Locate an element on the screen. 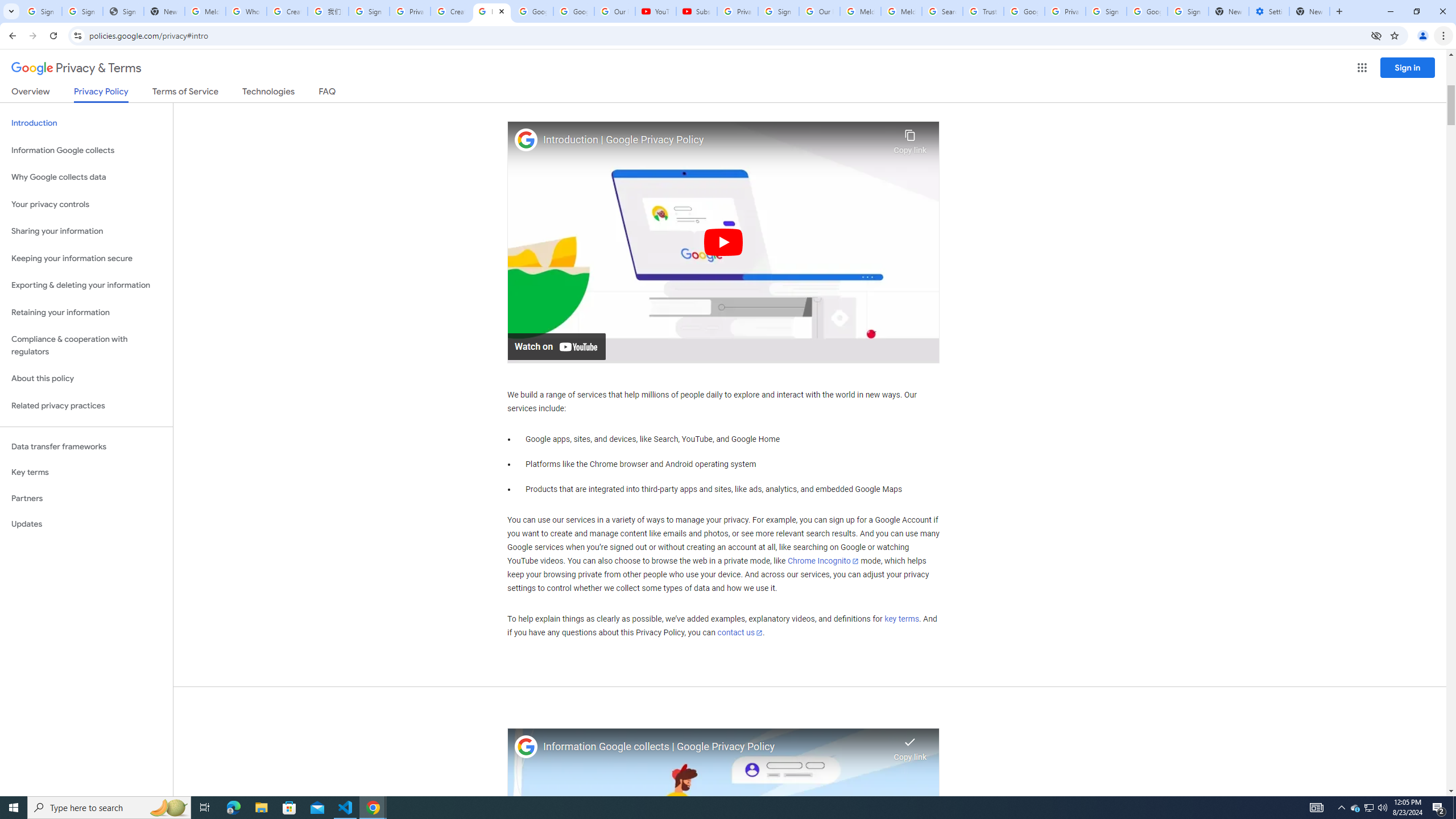 The height and width of the screenshot is (819, 1456). 'Who is my administrator? - Google Account Help' is located at coordinates (246, 11).